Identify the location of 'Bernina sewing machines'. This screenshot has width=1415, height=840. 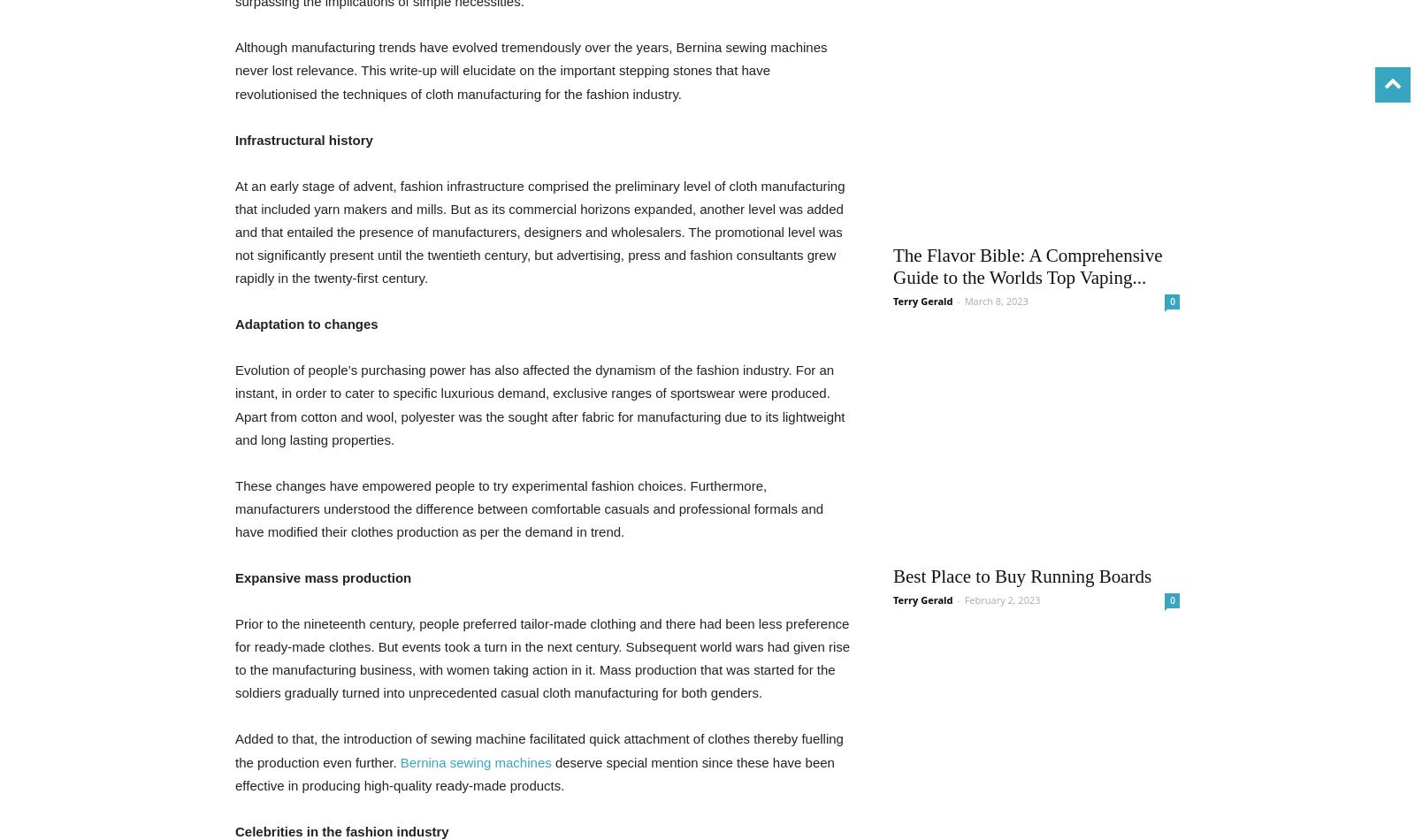
(474, 760).